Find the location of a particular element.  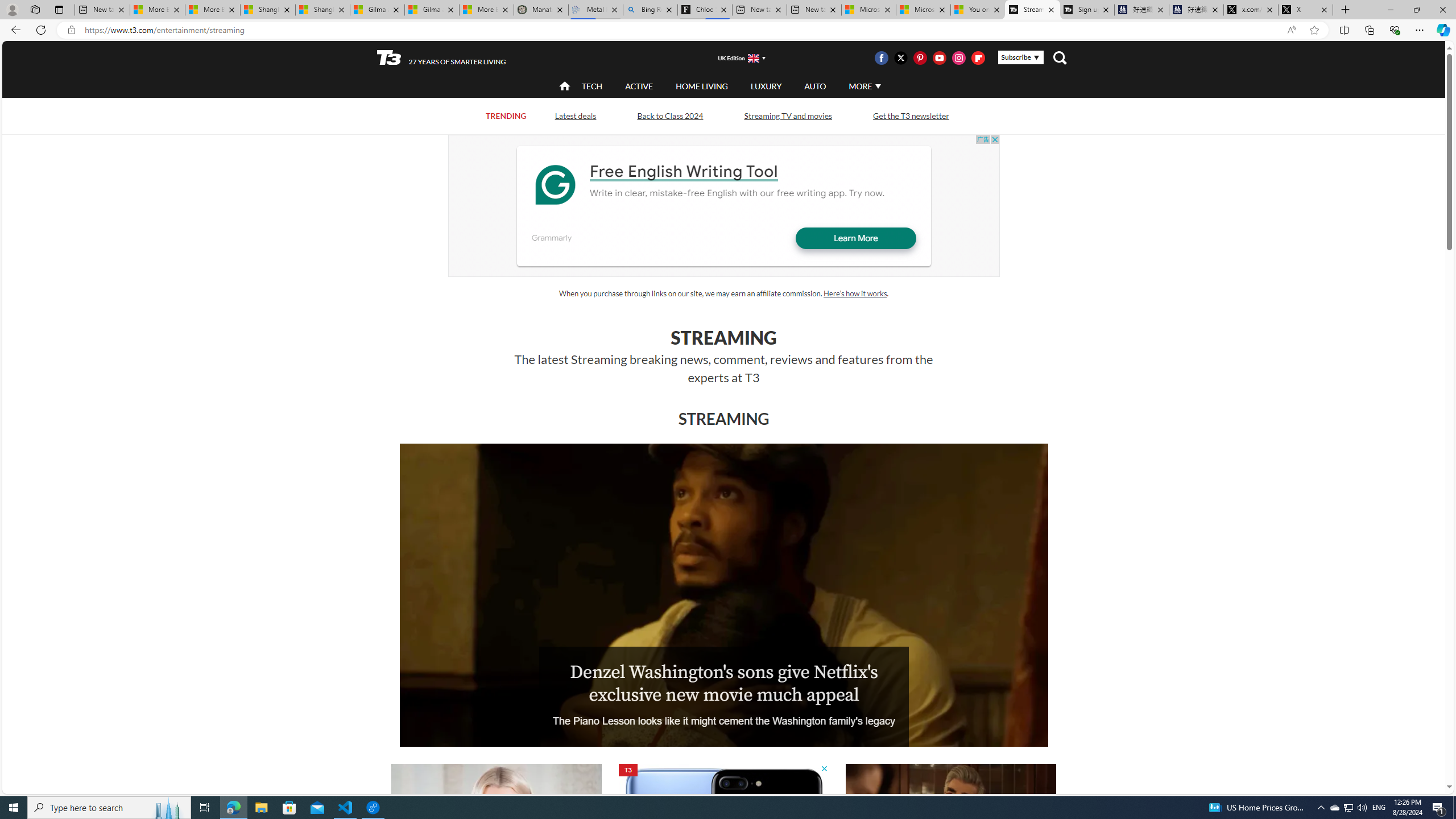

'Manatee Mortality Statistics | FWC' is located at coordinates (541, 9).